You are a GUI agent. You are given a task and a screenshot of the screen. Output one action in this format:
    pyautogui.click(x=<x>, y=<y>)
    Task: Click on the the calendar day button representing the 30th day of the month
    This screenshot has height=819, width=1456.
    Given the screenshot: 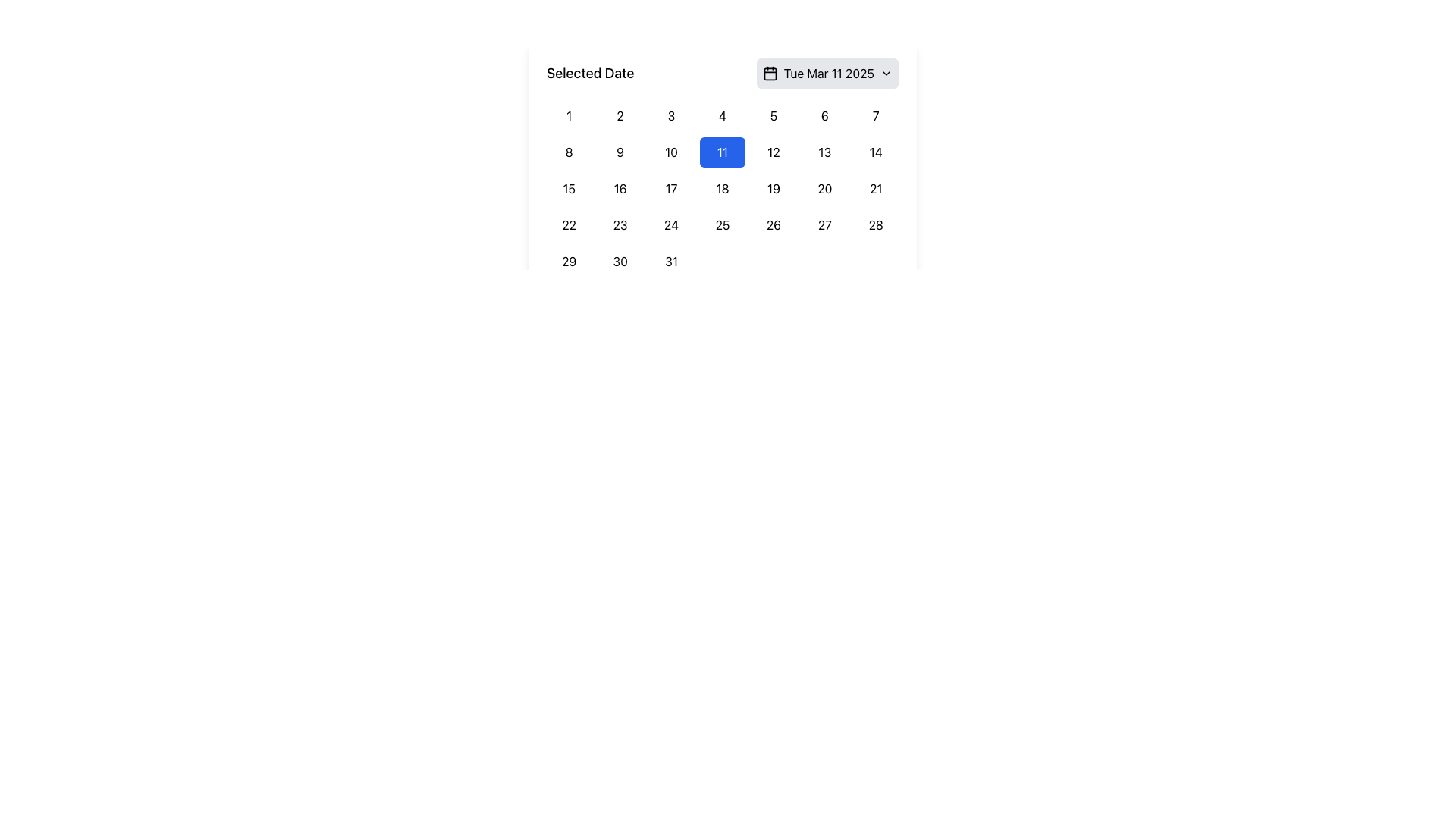 What is the action you would take?
    pyautogui.click(x=620, y=260)
    